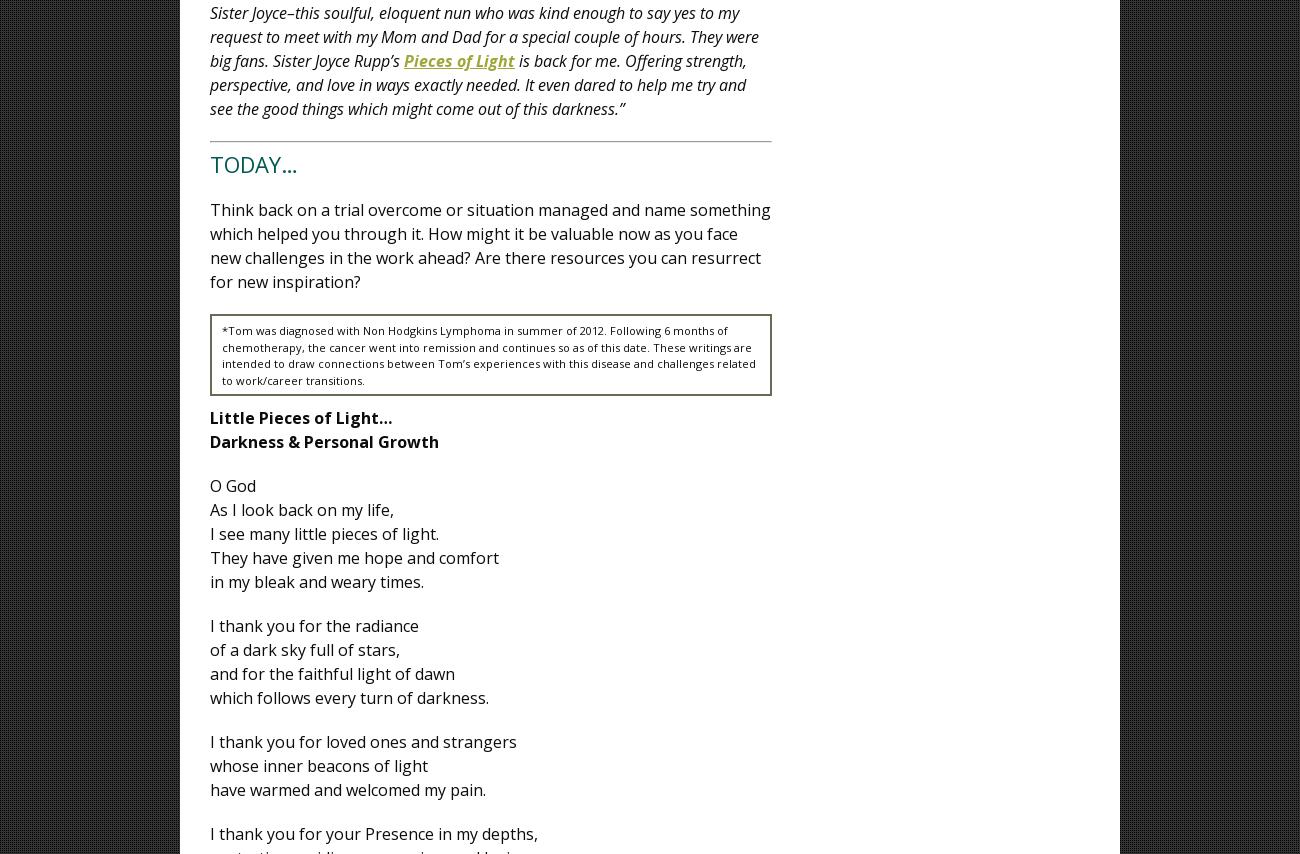 This screenshot has height=854, width=1300. What do you see at coordinates (490, 245) in the screenshot?
I see `'Think back on a trial overcome or situation managed and name something which helped you through it. How might it be valuable now as you face new challenges in the work ahead? Are there resources you can resurrect for new inspiration?'` at bounding box center [490, 245].